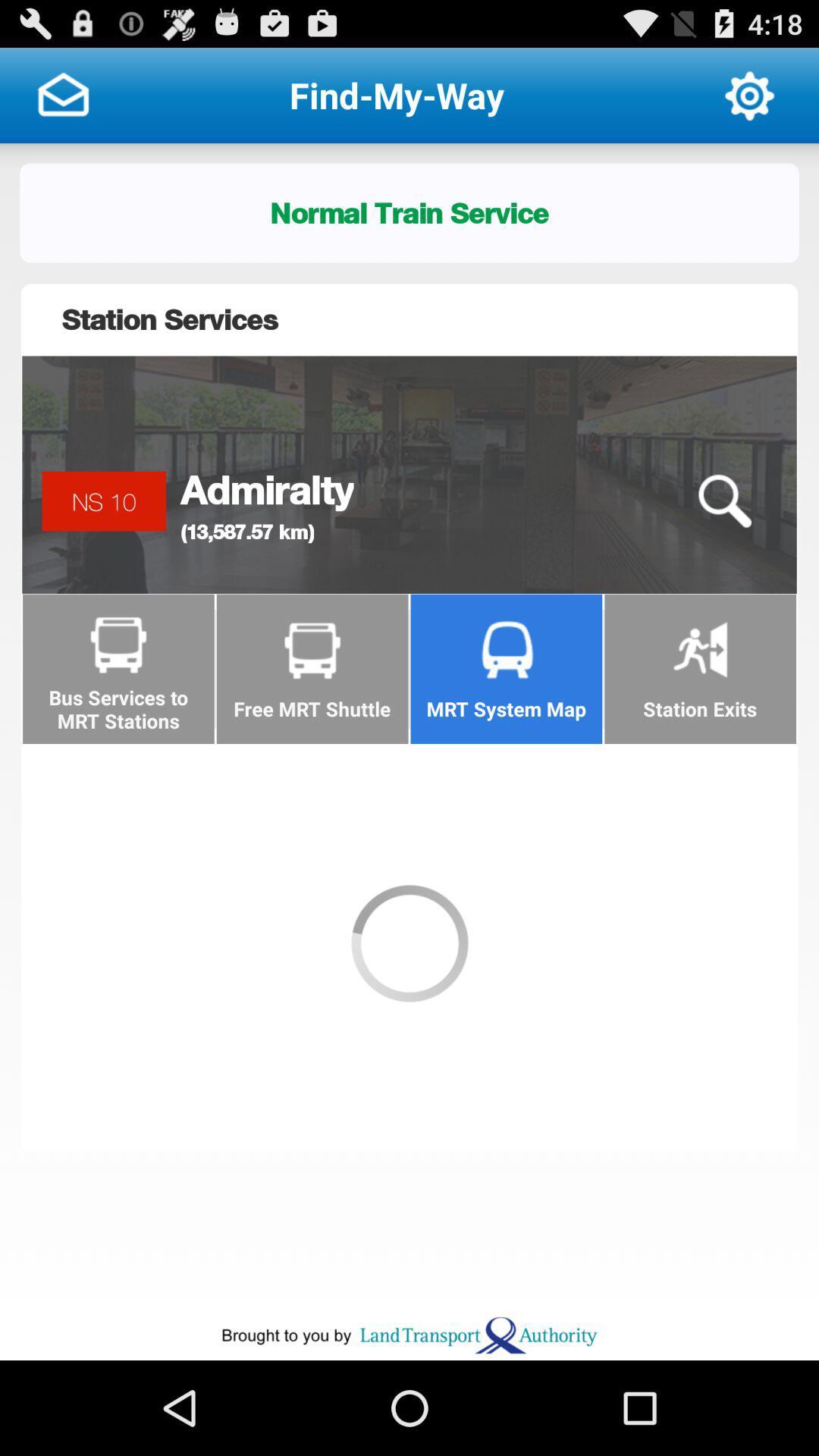  What do you see at coordinates (748, 94) in the screenshot?
I see `open settings` at bounding box center [748, 94].